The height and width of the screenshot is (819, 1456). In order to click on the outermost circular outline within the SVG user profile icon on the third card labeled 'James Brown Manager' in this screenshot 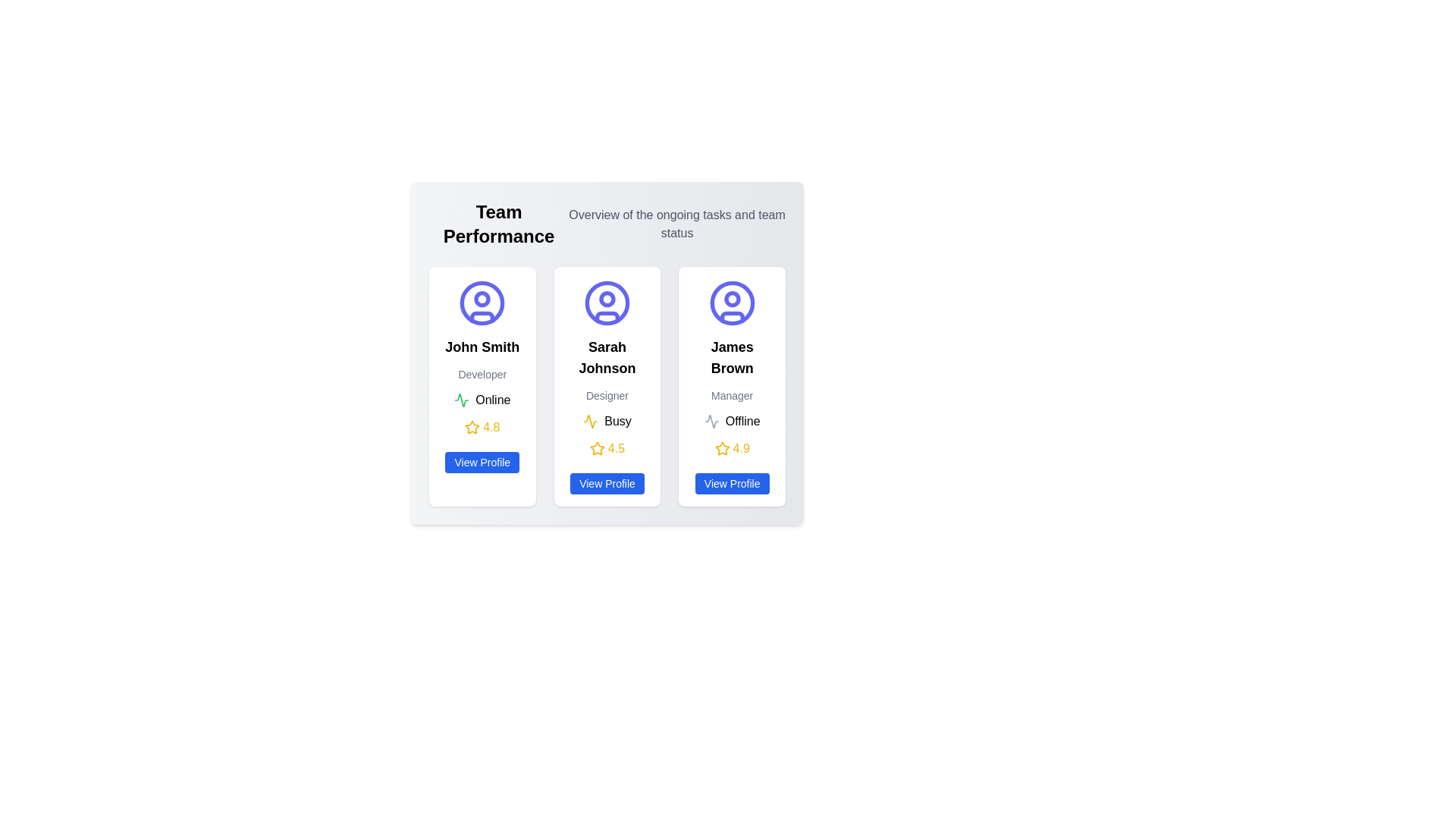, I will do `click(732, 303)`.